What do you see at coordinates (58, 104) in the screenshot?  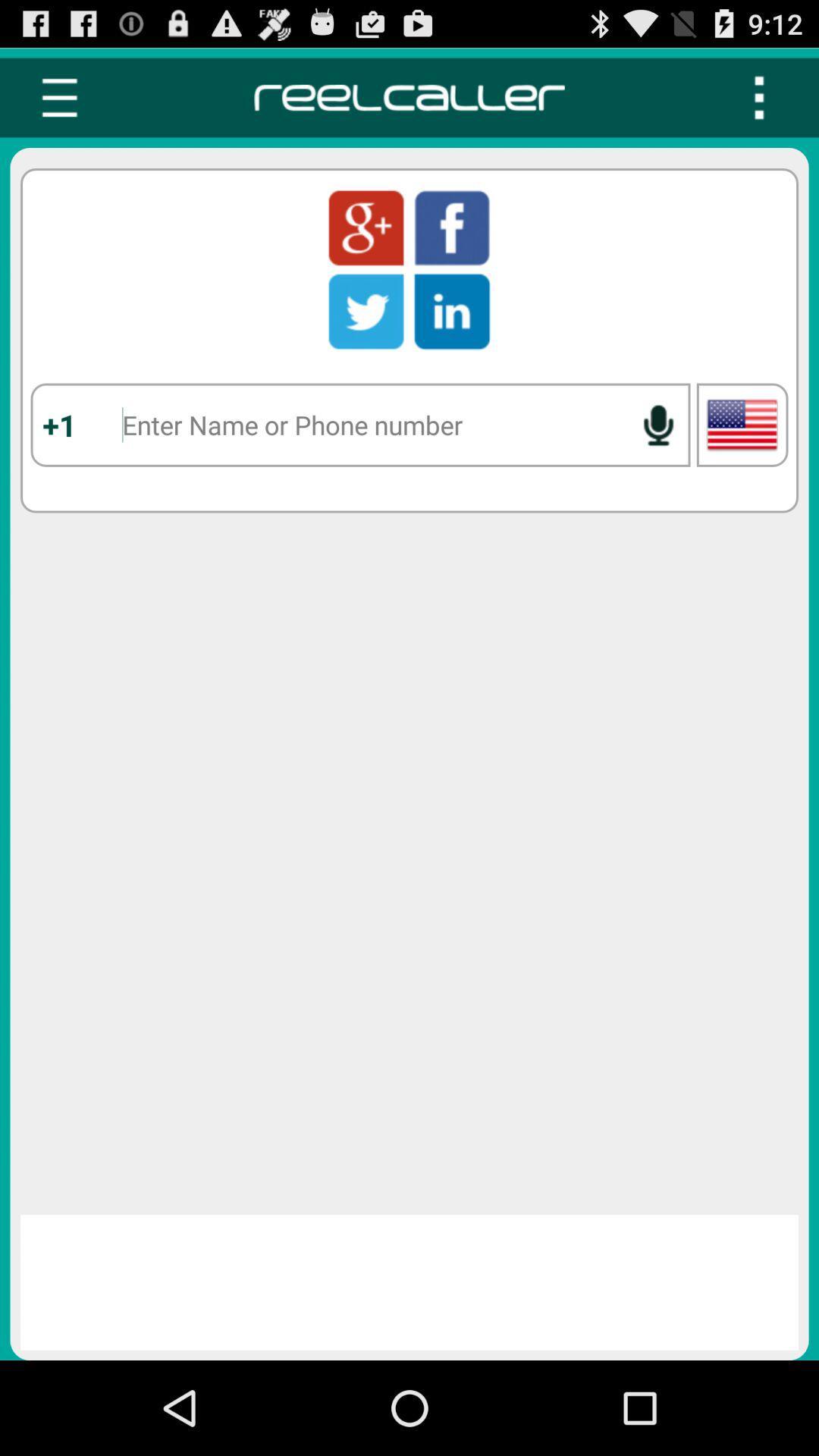 I see `the menu icon` at bounding box center [58, 104].